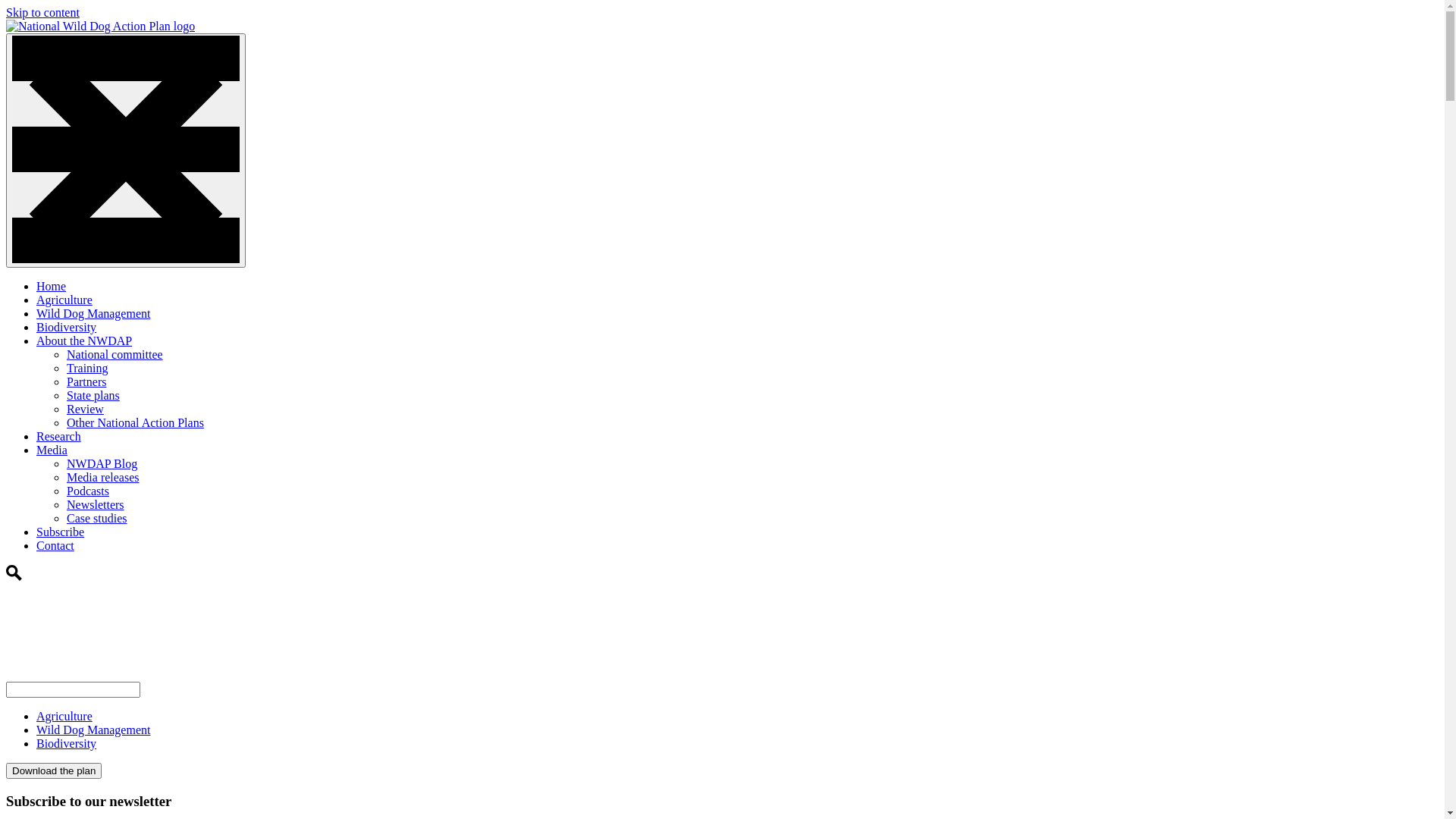  I want to click on 'Other National Action Plans', so click(135, 422).